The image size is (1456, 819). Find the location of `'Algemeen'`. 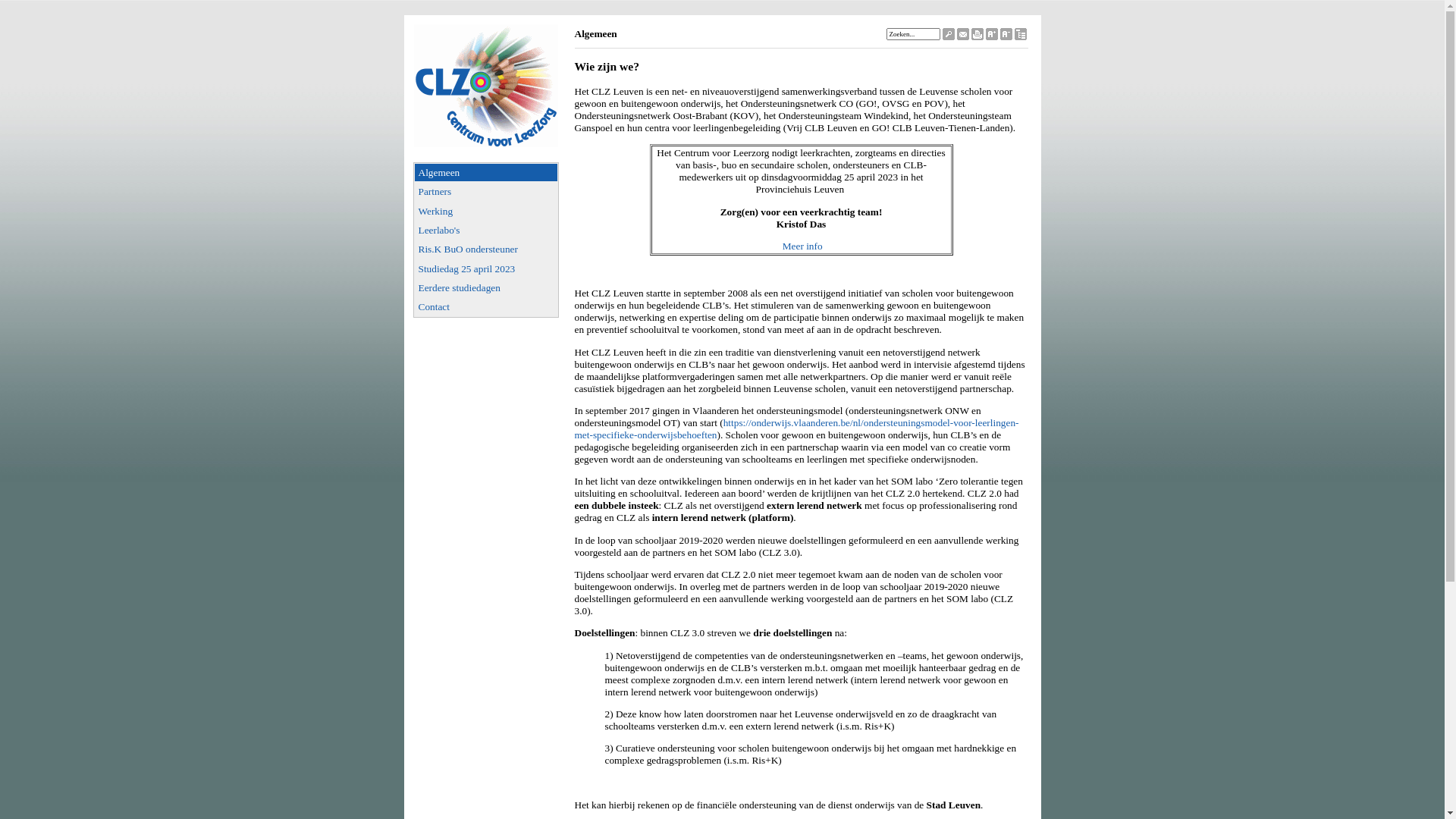

'Algemeen' is located at coordinates (486, 171).